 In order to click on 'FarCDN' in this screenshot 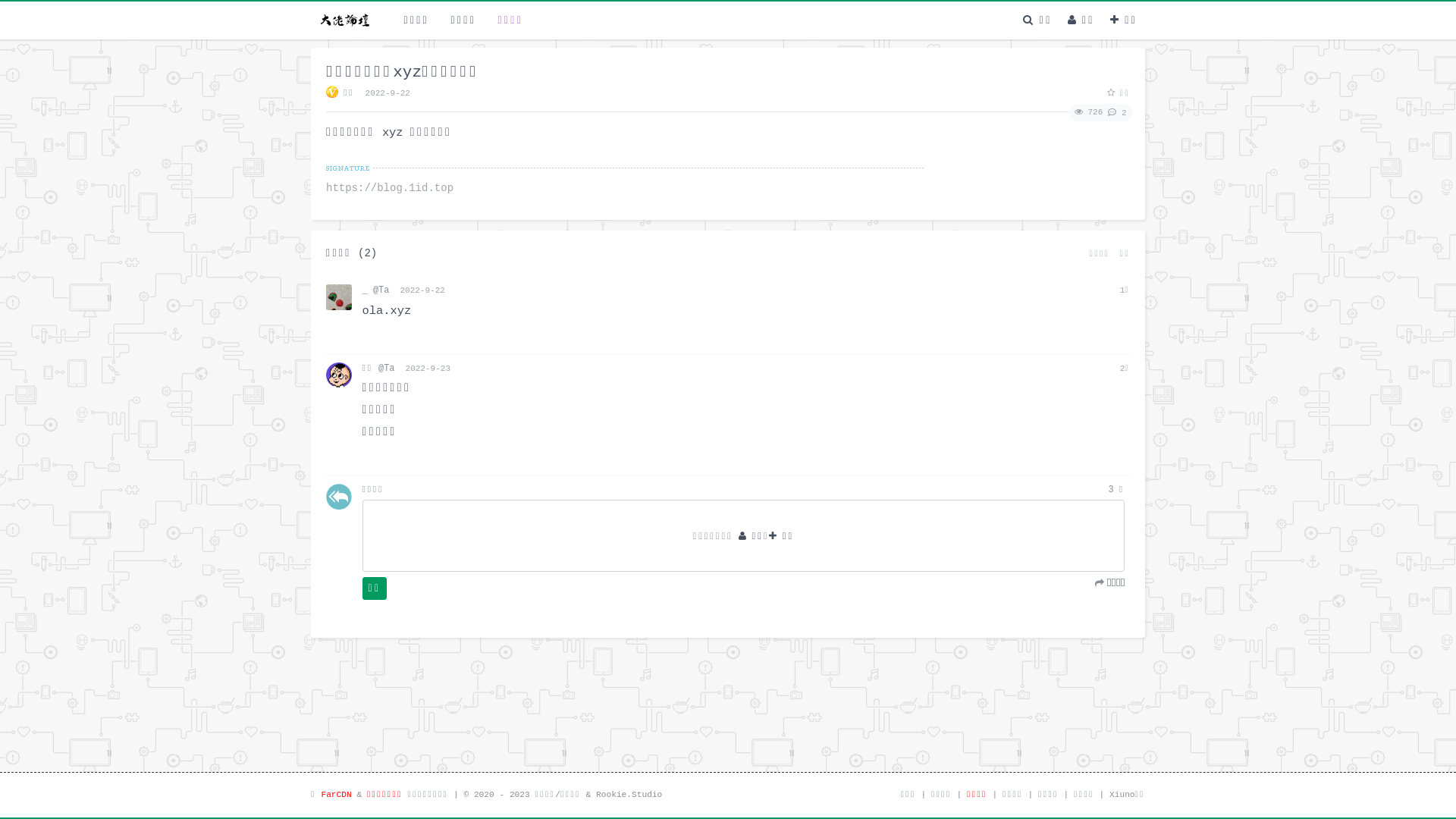, I will do `click(334, 794)`.